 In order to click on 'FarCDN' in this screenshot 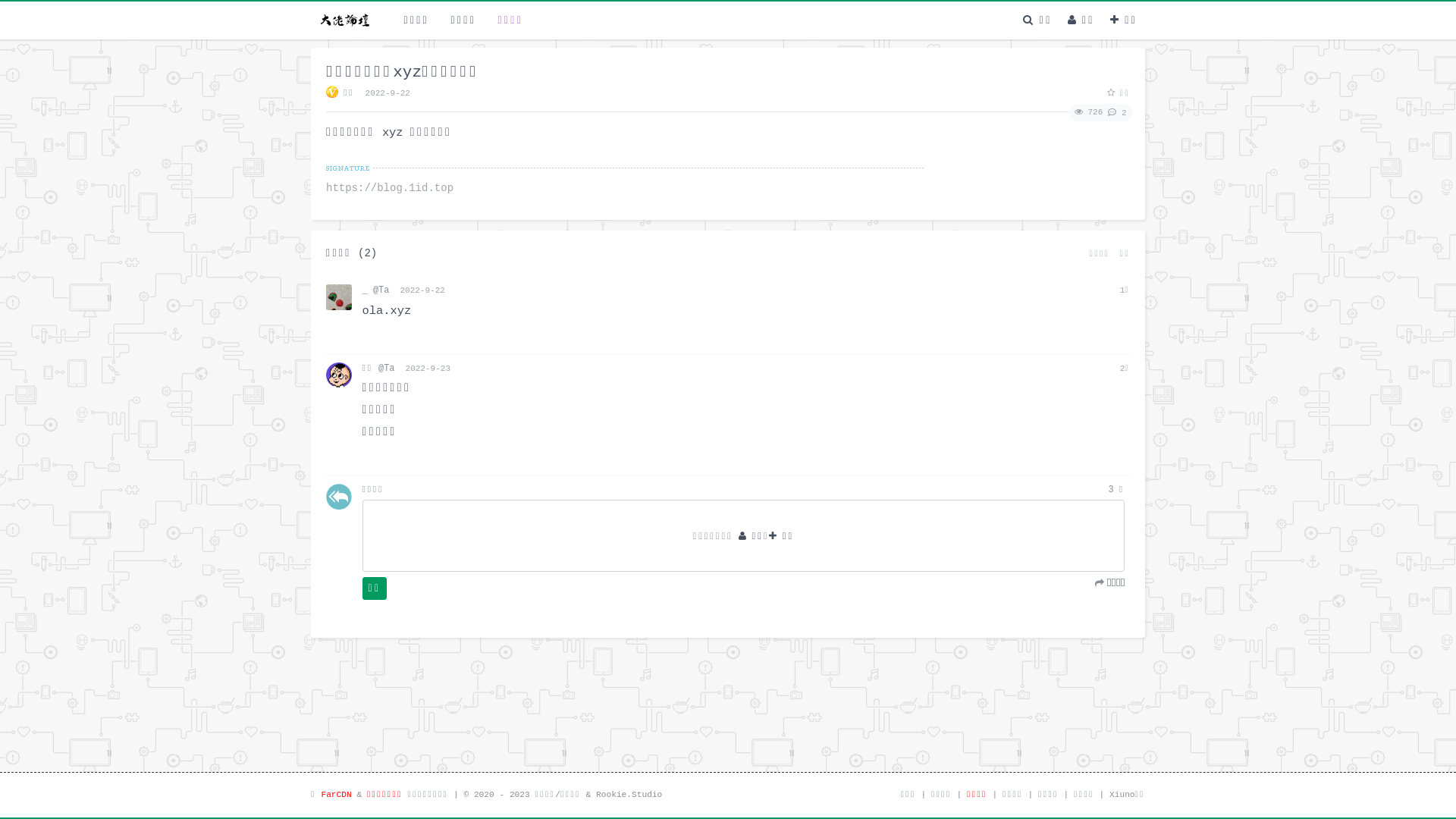, I will do `click(334, 794)`.